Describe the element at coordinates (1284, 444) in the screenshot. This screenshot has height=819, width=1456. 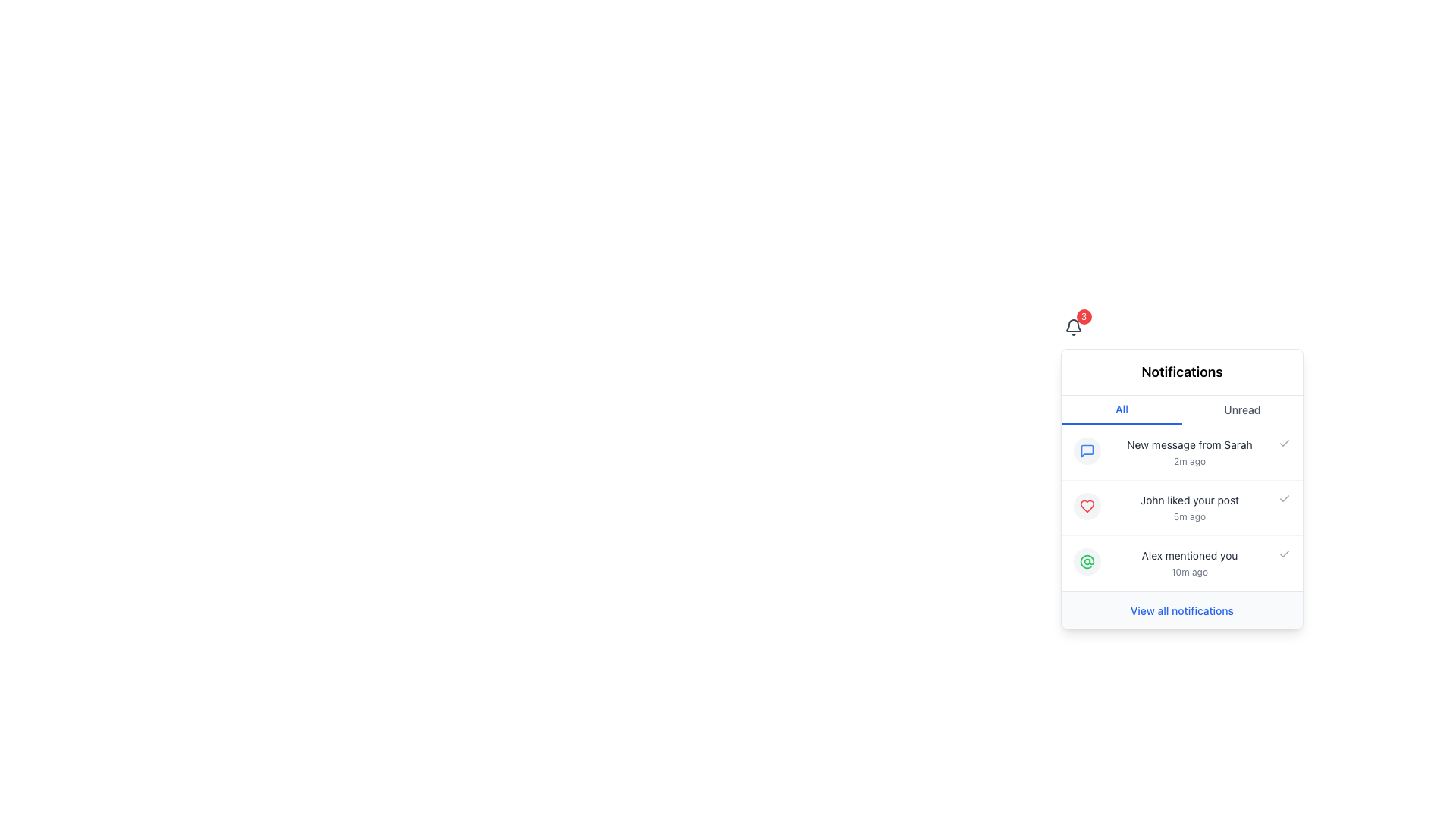
I see `the 'Mark as read' button, which features a gray checkmark icon and is located to the right of the 'New message from Sarah' notification entry` at that location.